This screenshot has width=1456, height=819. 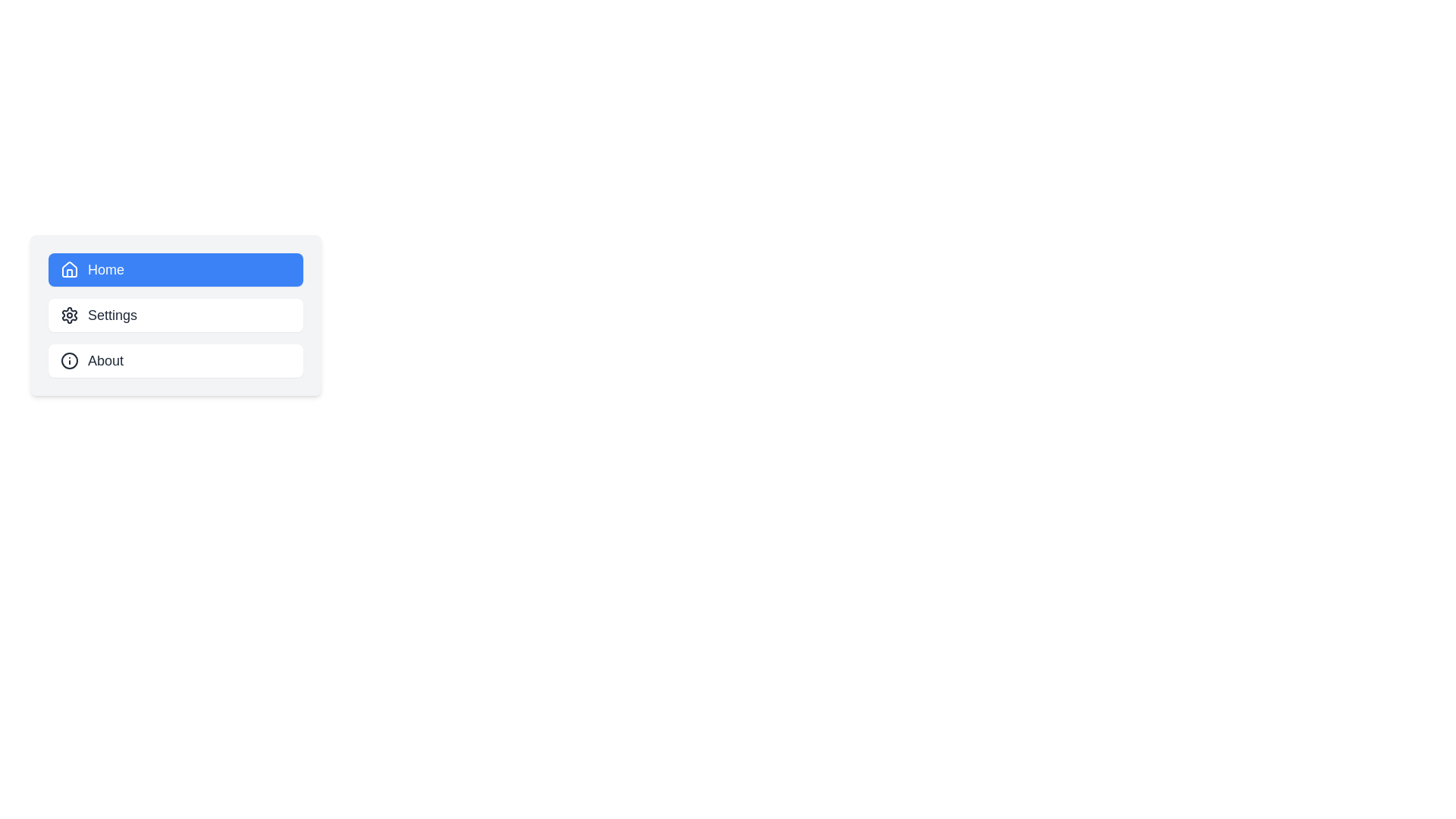 I want to click on the text label that displays 'About', which is styled in bold and dark color, located below the 'Settings' button and to the right of an information symbol icon, so click(x=105, y=360).